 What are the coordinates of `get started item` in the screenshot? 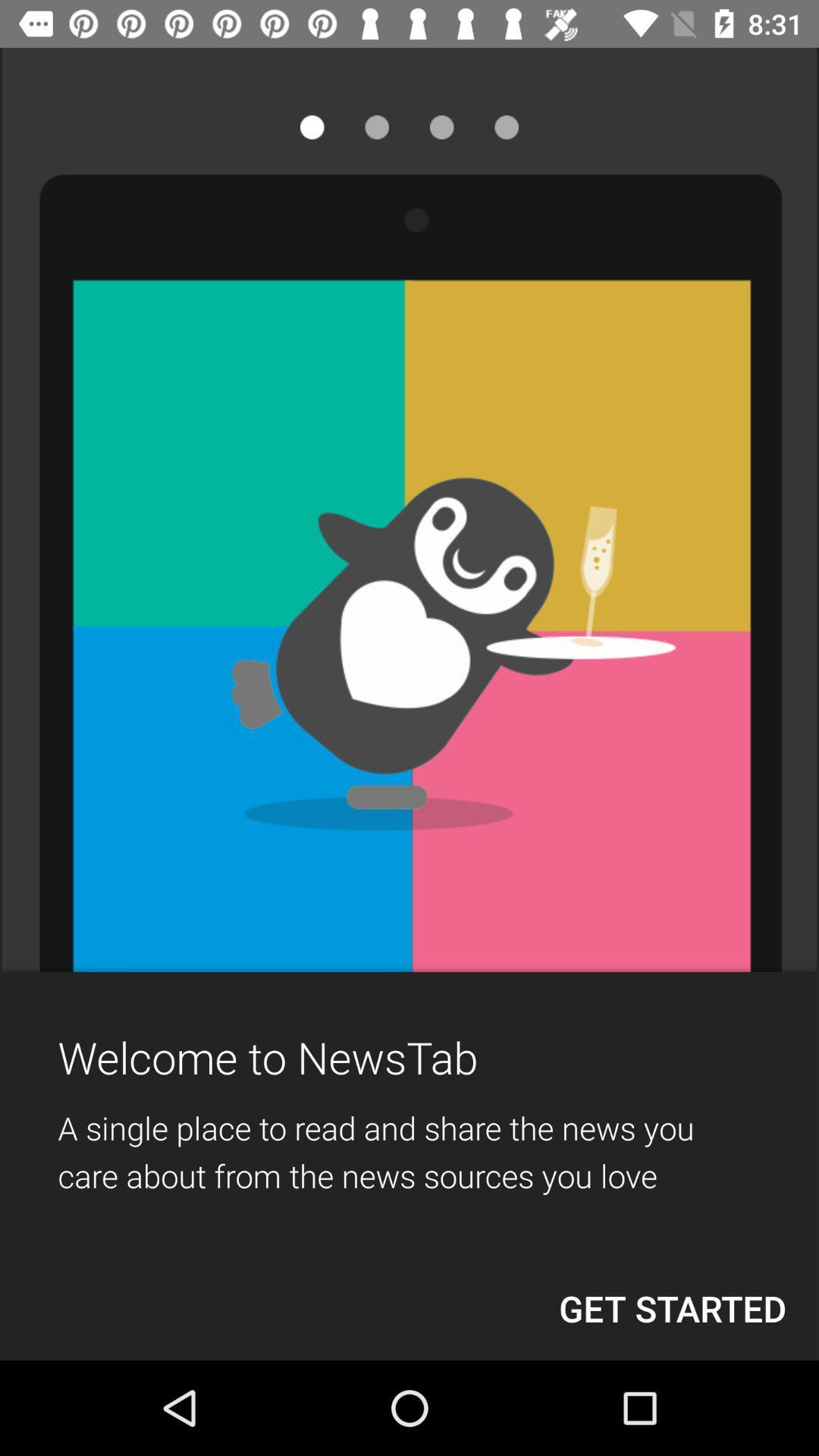 It's located at (672, 1307).